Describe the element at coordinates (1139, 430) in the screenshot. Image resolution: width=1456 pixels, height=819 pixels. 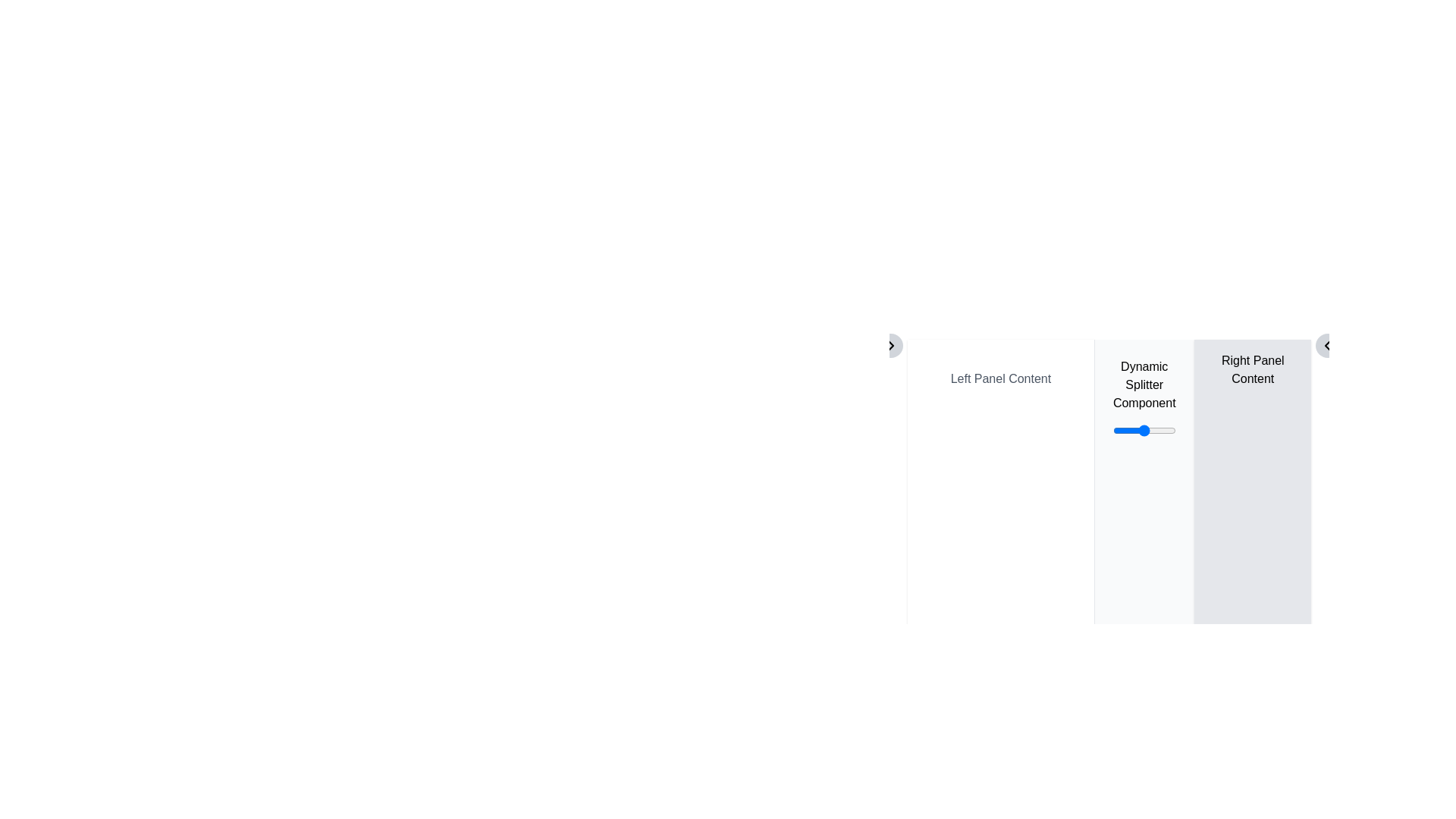
I see `the slider value` at that location.